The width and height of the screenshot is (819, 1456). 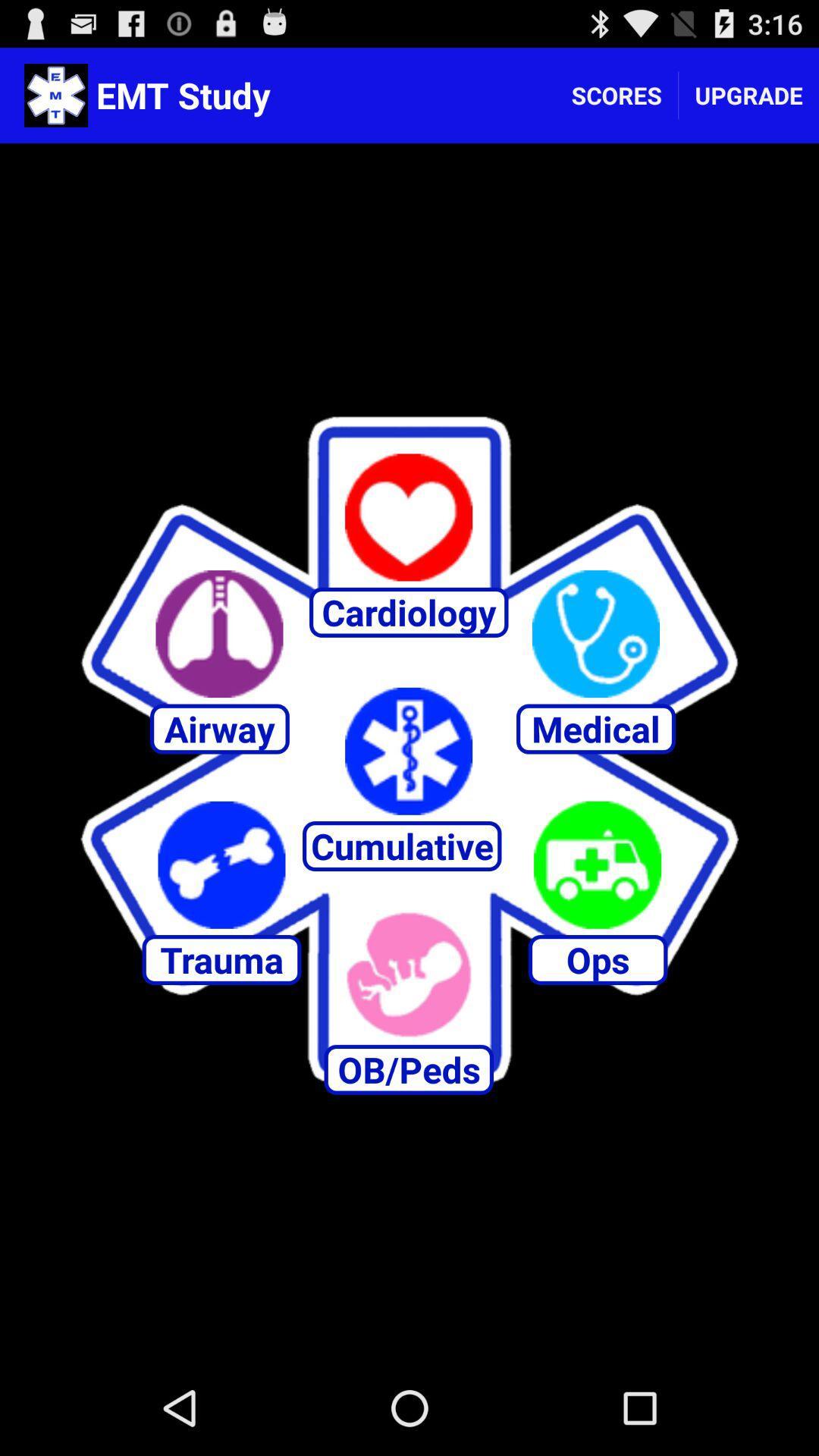 I want to click on medical info, so click(x=595, y=634).